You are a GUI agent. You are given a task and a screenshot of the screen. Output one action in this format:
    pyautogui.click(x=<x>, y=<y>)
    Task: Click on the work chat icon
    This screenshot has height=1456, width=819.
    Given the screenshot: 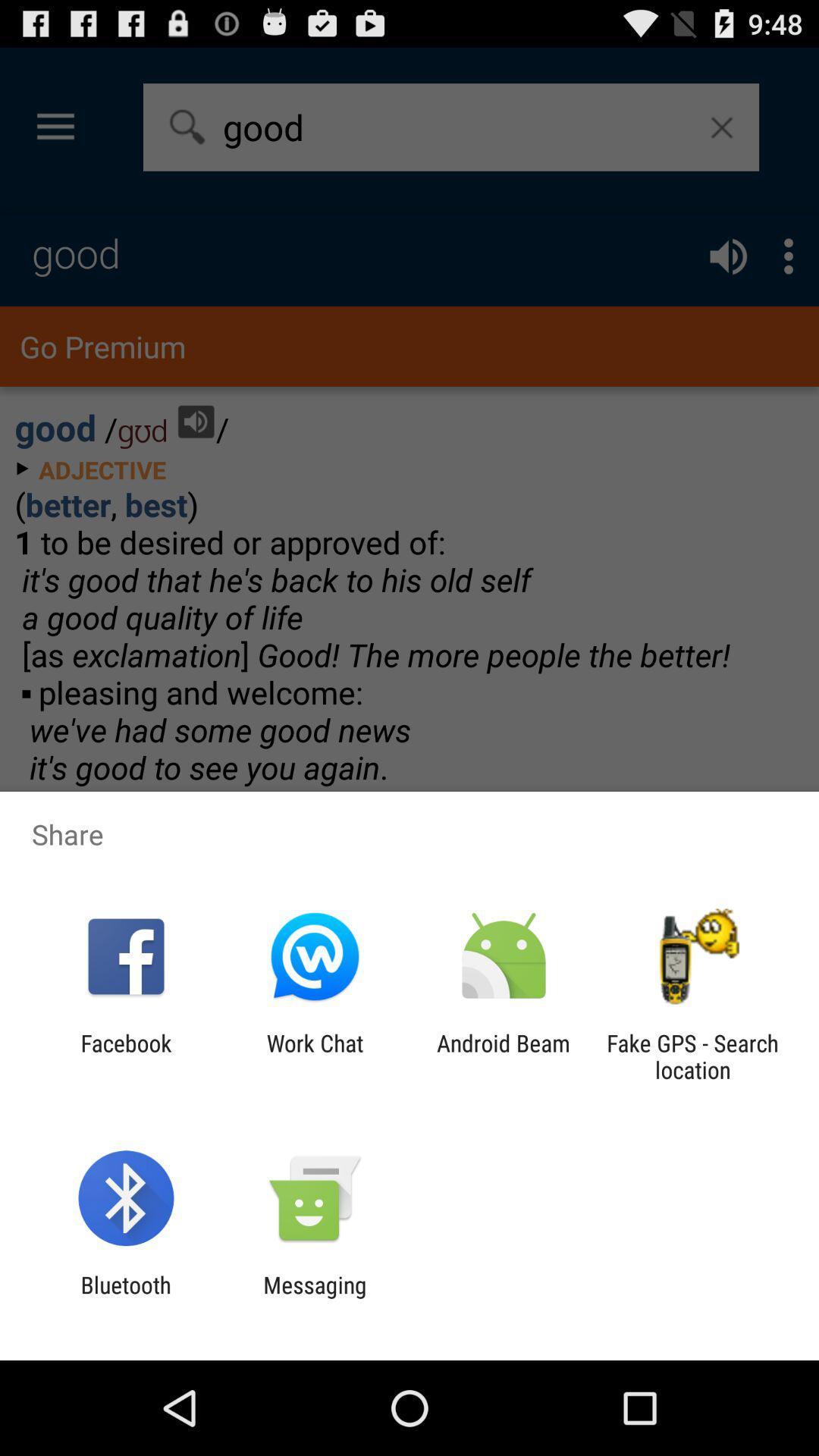 What is the action you would take?
    pyautogui.click(x=314, y=1056)
    